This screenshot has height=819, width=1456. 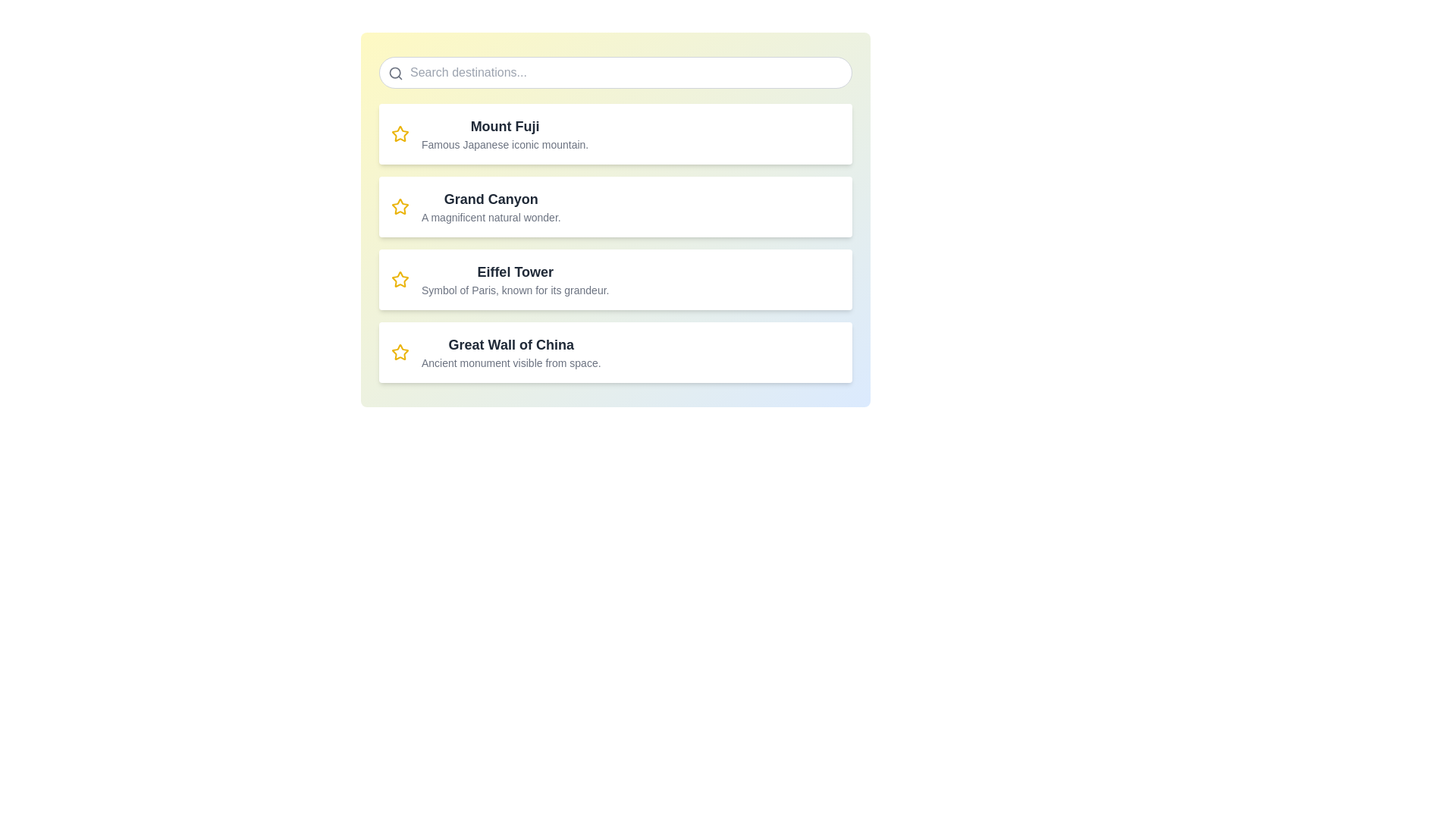 I want to click on descriptive text 'A magnificent natural wonder.' located underneath the title 'Grand Canyon' in the second list item of a vertical list of destinations, so click(x=491, y=217).